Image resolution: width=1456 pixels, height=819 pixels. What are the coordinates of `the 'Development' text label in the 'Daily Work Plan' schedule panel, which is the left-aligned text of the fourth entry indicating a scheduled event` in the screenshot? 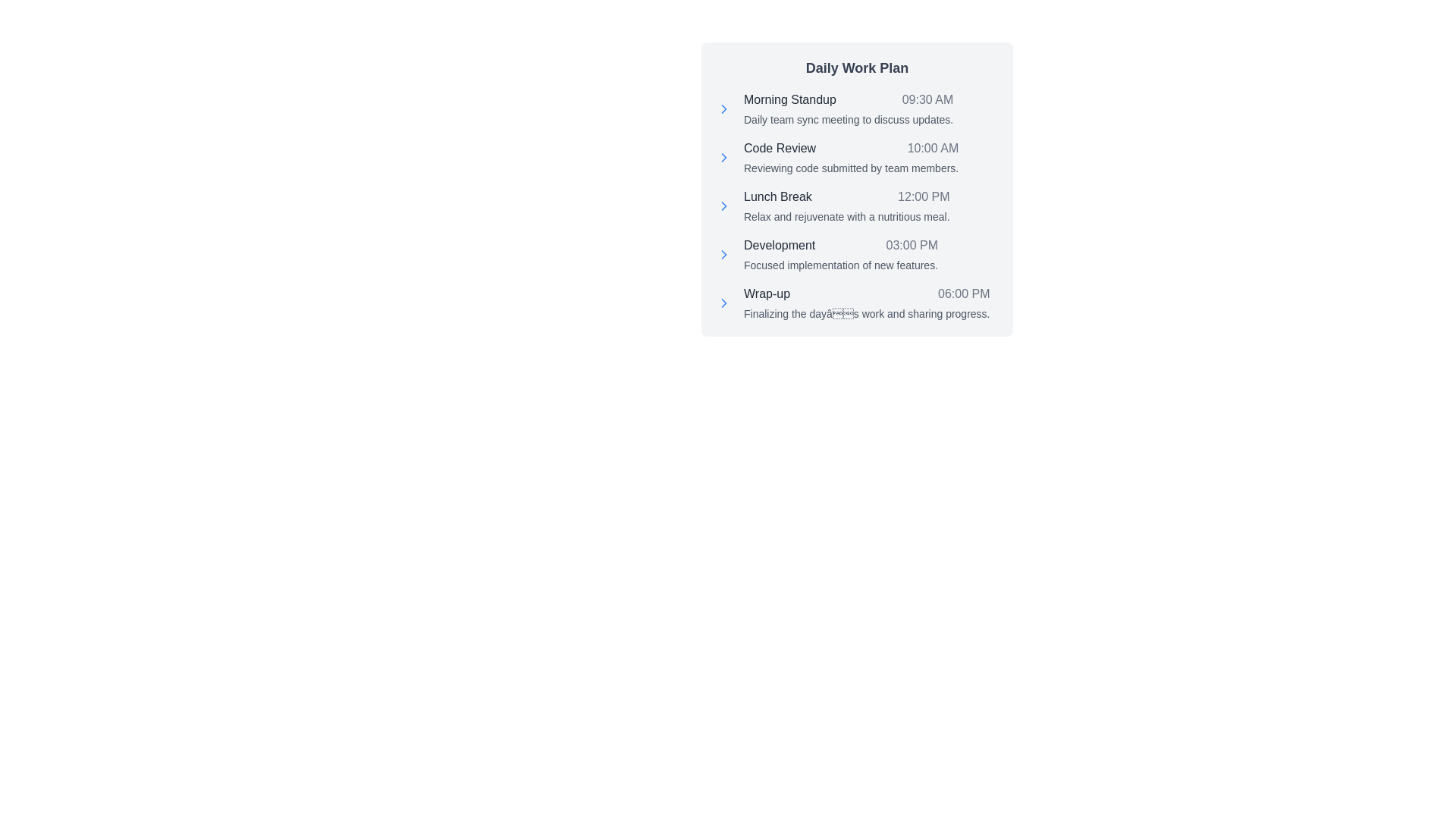 It's located at (780, 245).